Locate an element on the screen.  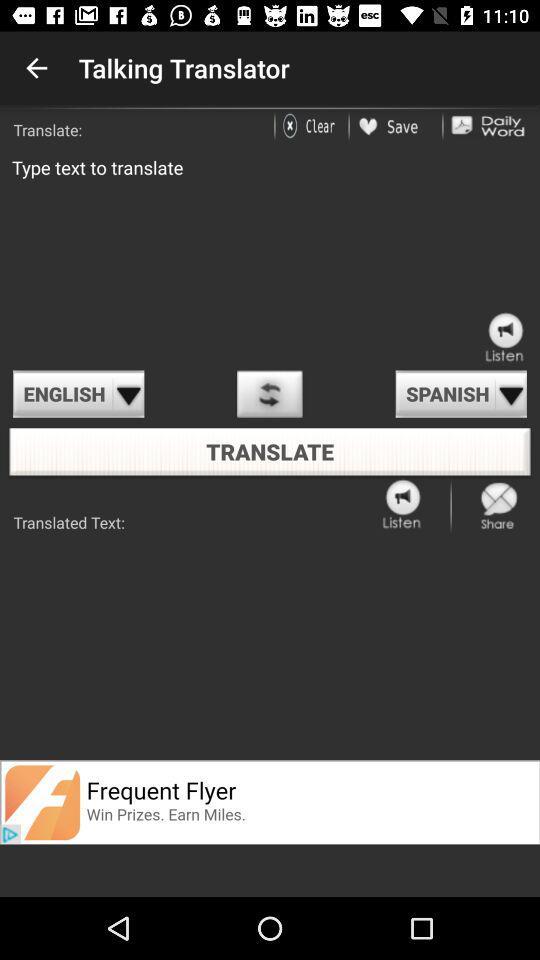
the article is located at coordinates (395, 125).